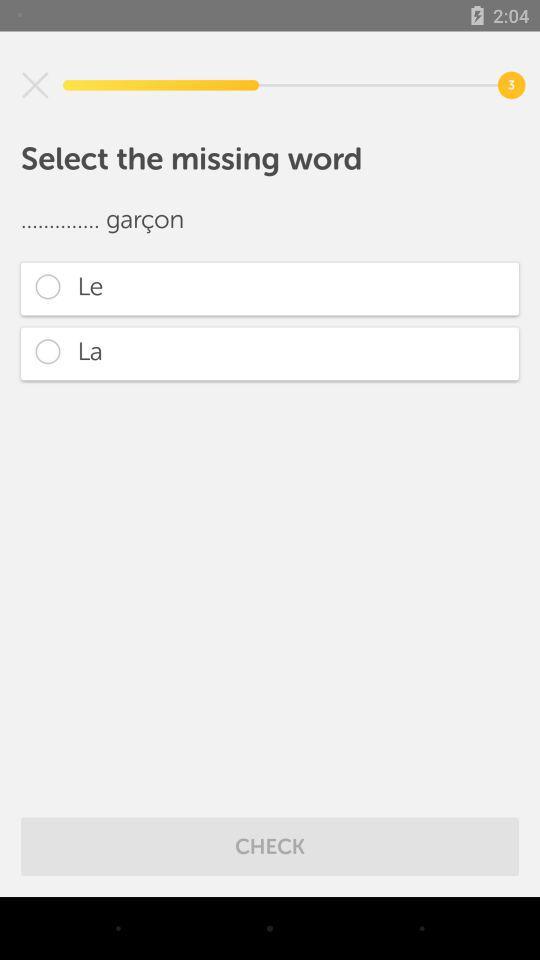 This screenshot has width=540, height=960. Describe the element at coordinates (270, 353) in the screenshot. I see `the la at the center` at that location.